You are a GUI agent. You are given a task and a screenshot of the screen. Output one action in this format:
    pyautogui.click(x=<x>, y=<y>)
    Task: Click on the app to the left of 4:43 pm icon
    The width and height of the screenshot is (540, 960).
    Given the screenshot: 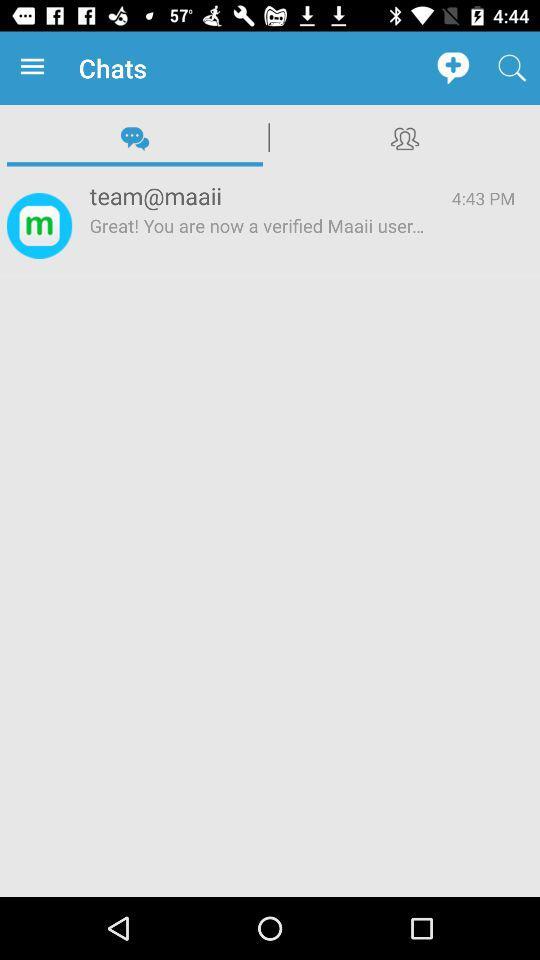 What is the action you would take?
    pyautogui.click(x=258, y=244)
    